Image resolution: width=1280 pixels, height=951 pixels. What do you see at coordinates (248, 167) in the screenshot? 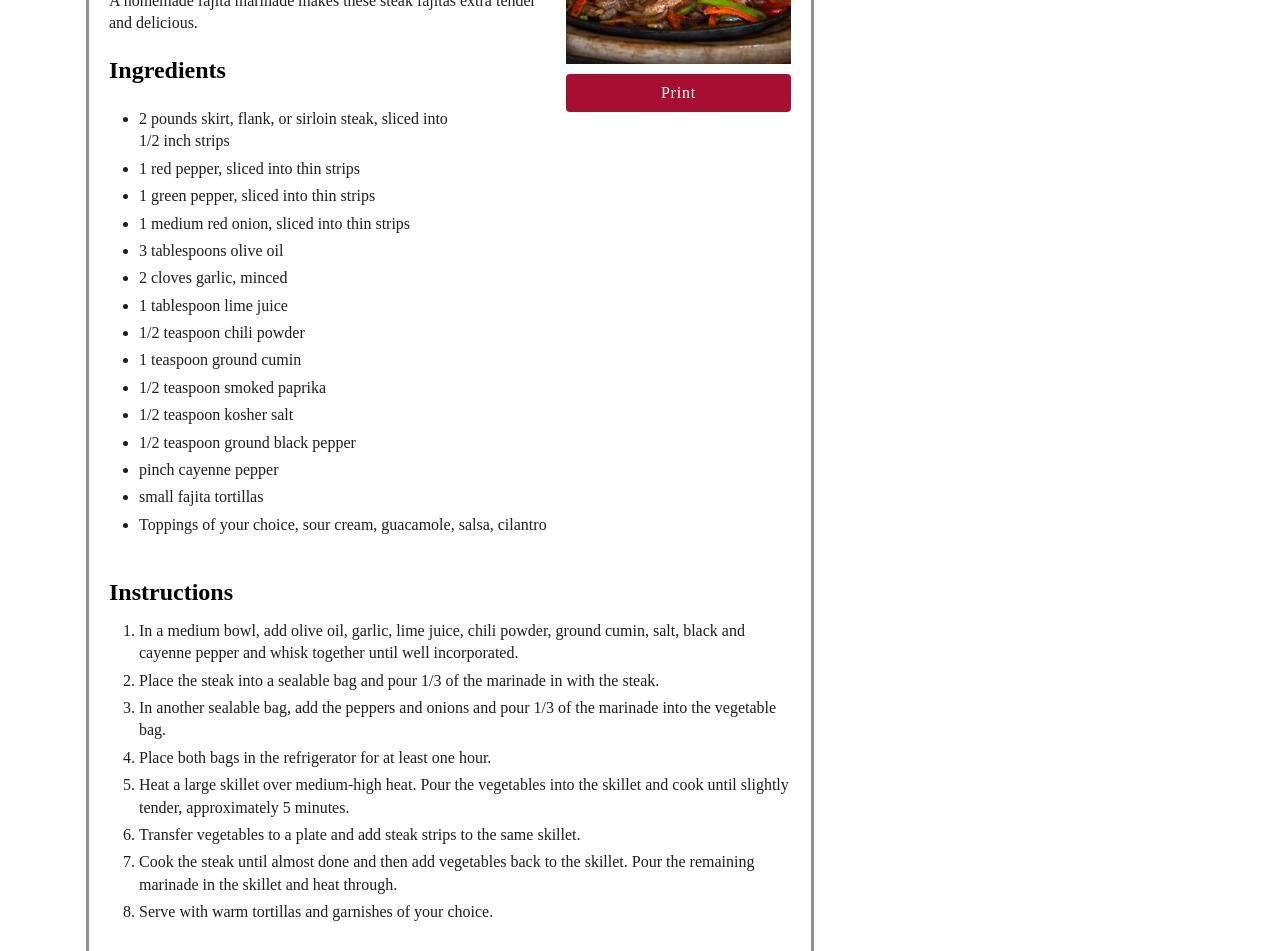
I see `'1 red pepper, sliced into thin strips'` at bounding box center [248, 167].